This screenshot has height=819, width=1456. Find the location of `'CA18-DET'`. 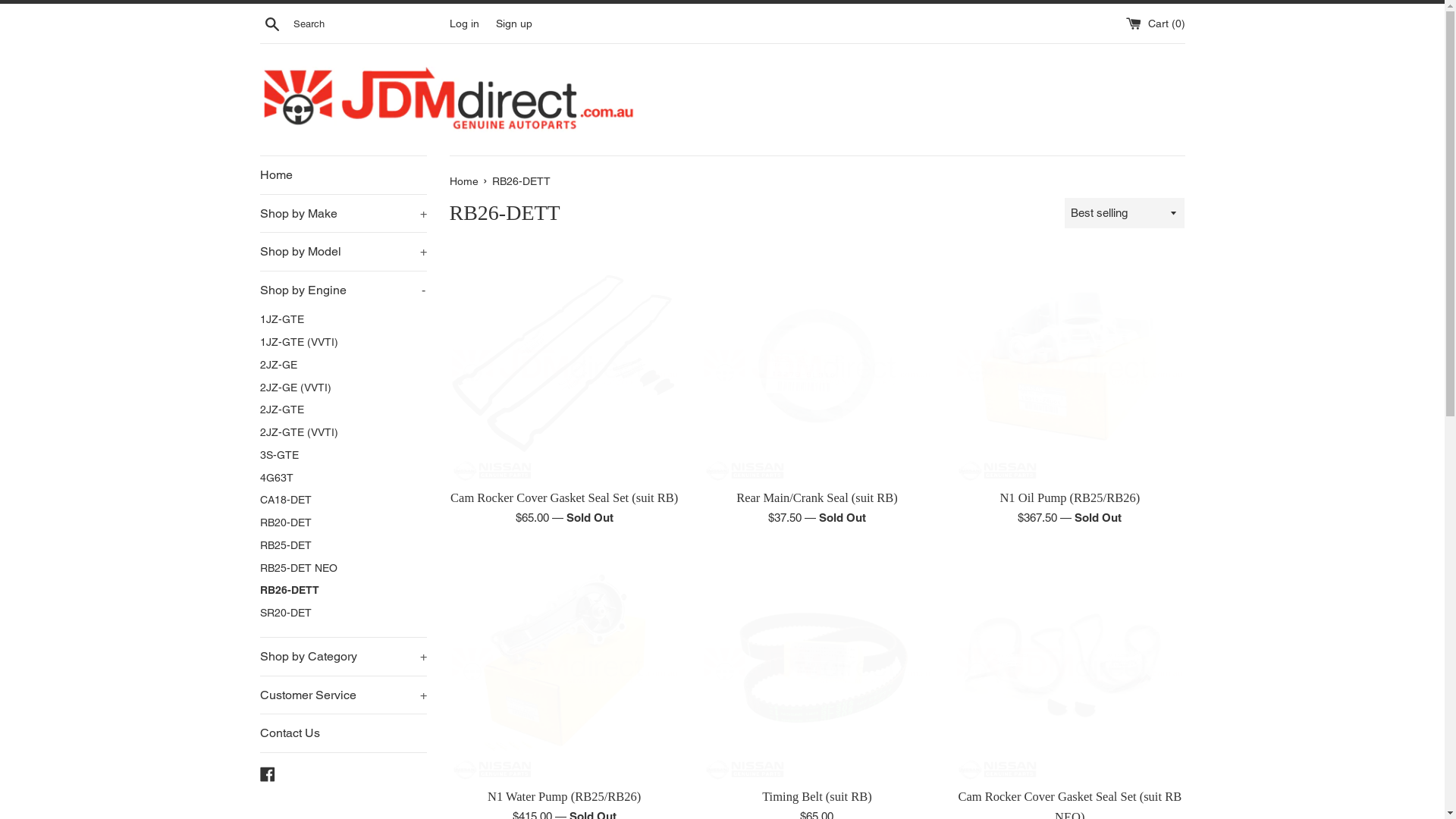

'CA18-DET' is located at coordinates (341, 500).